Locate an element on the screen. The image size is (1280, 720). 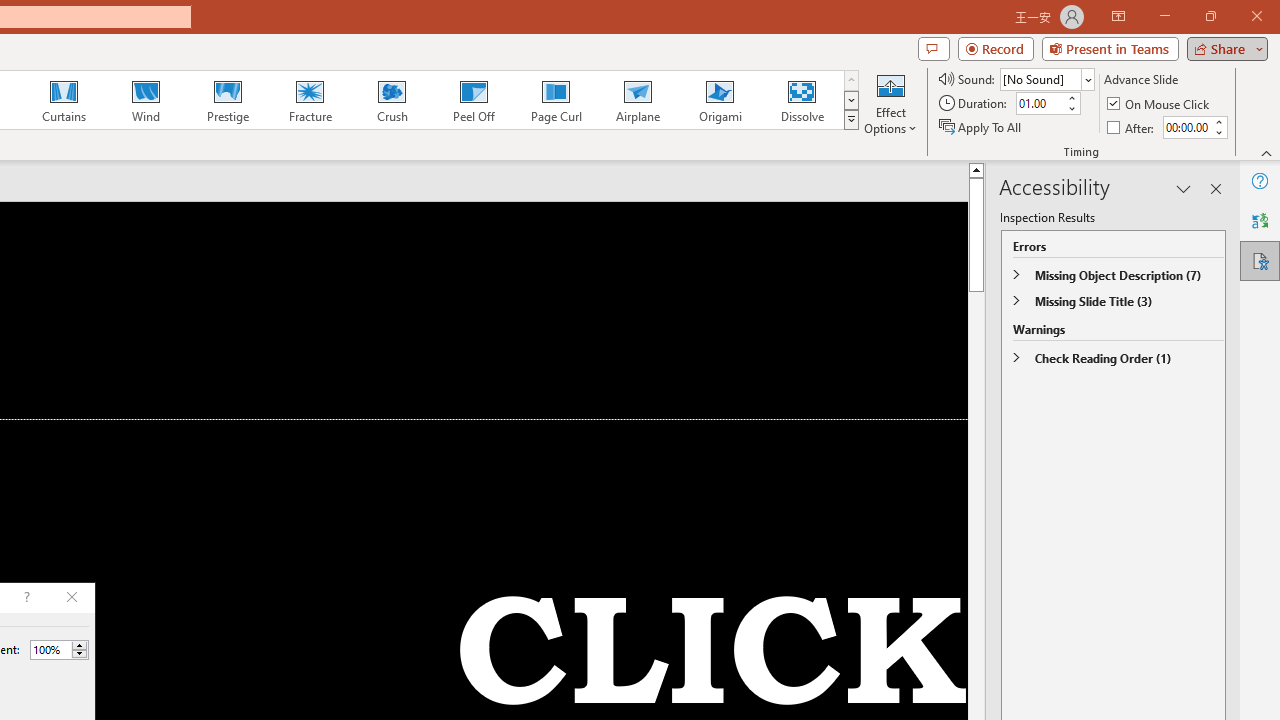
'Peel Off' is located at coordinates (472, 100).